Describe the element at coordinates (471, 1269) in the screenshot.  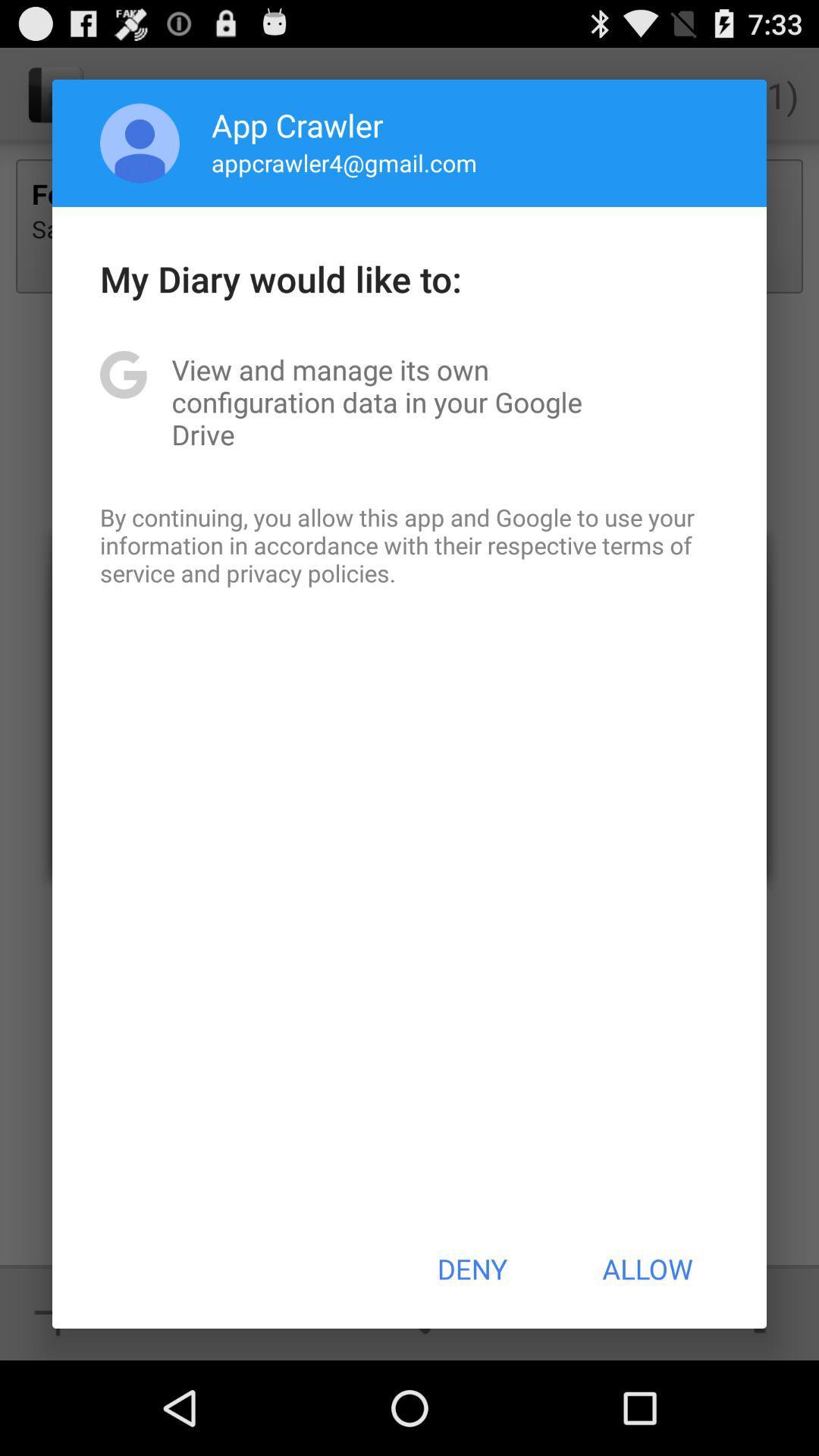
I see `the deny button` at that location.